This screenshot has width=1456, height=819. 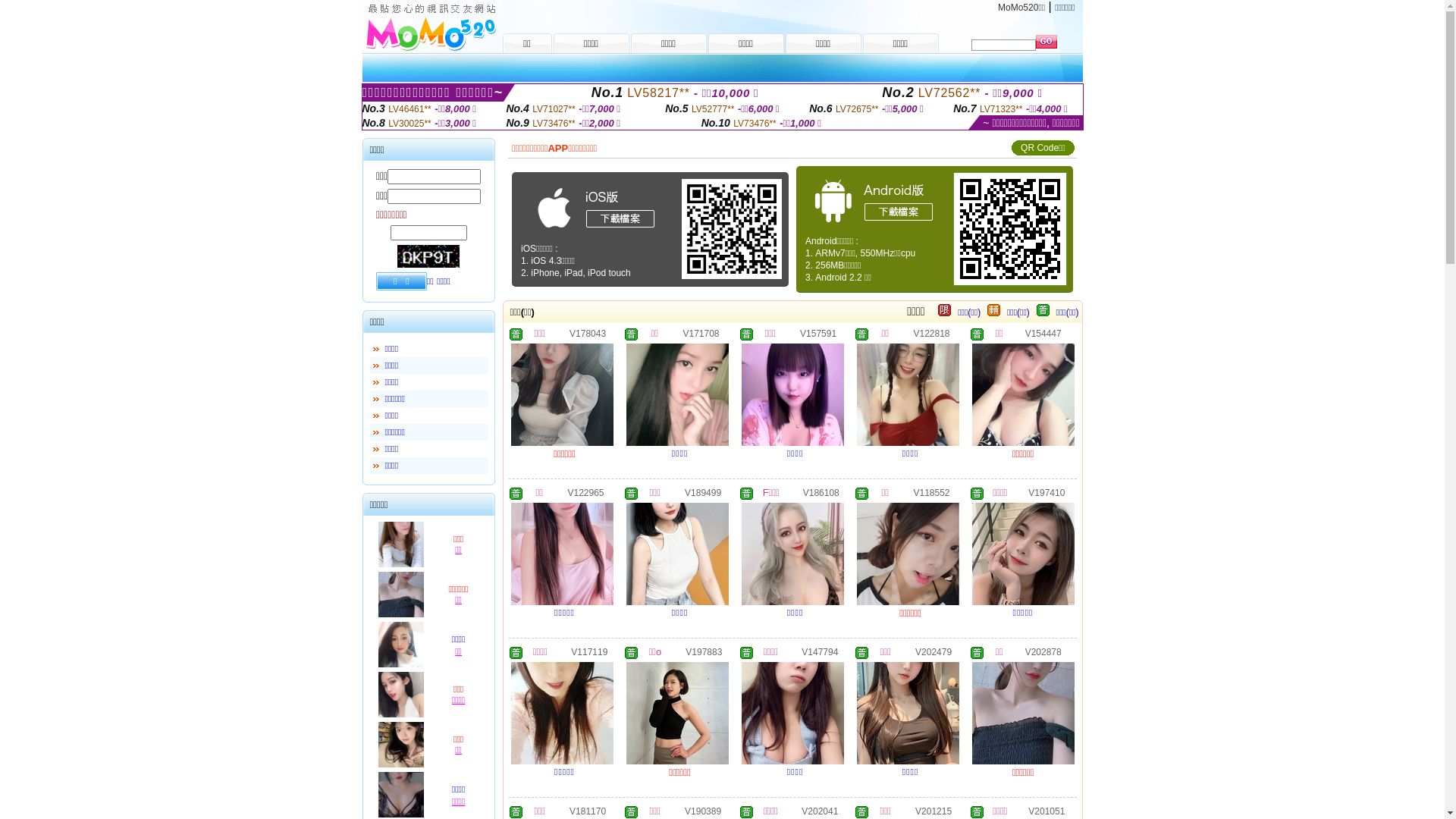 What do you see at coordinates (586, 809) in the screenshot?
I see `'V181170'` at bounding box center [586, 809].